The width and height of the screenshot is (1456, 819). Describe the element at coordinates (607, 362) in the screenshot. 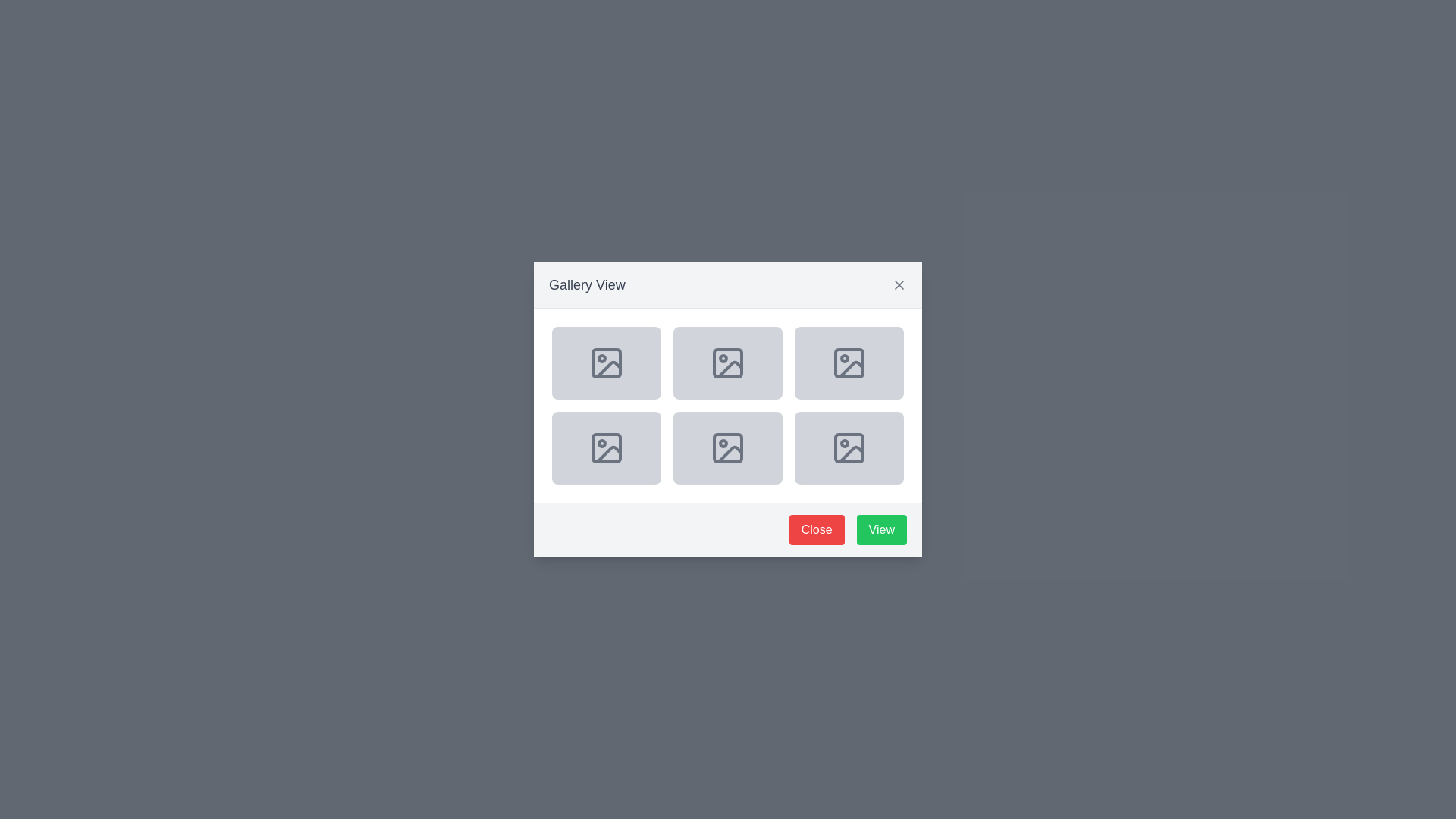

I see `the top-left image icon frame within the gallery modal, which represents the main structure of the image icon` at that location.